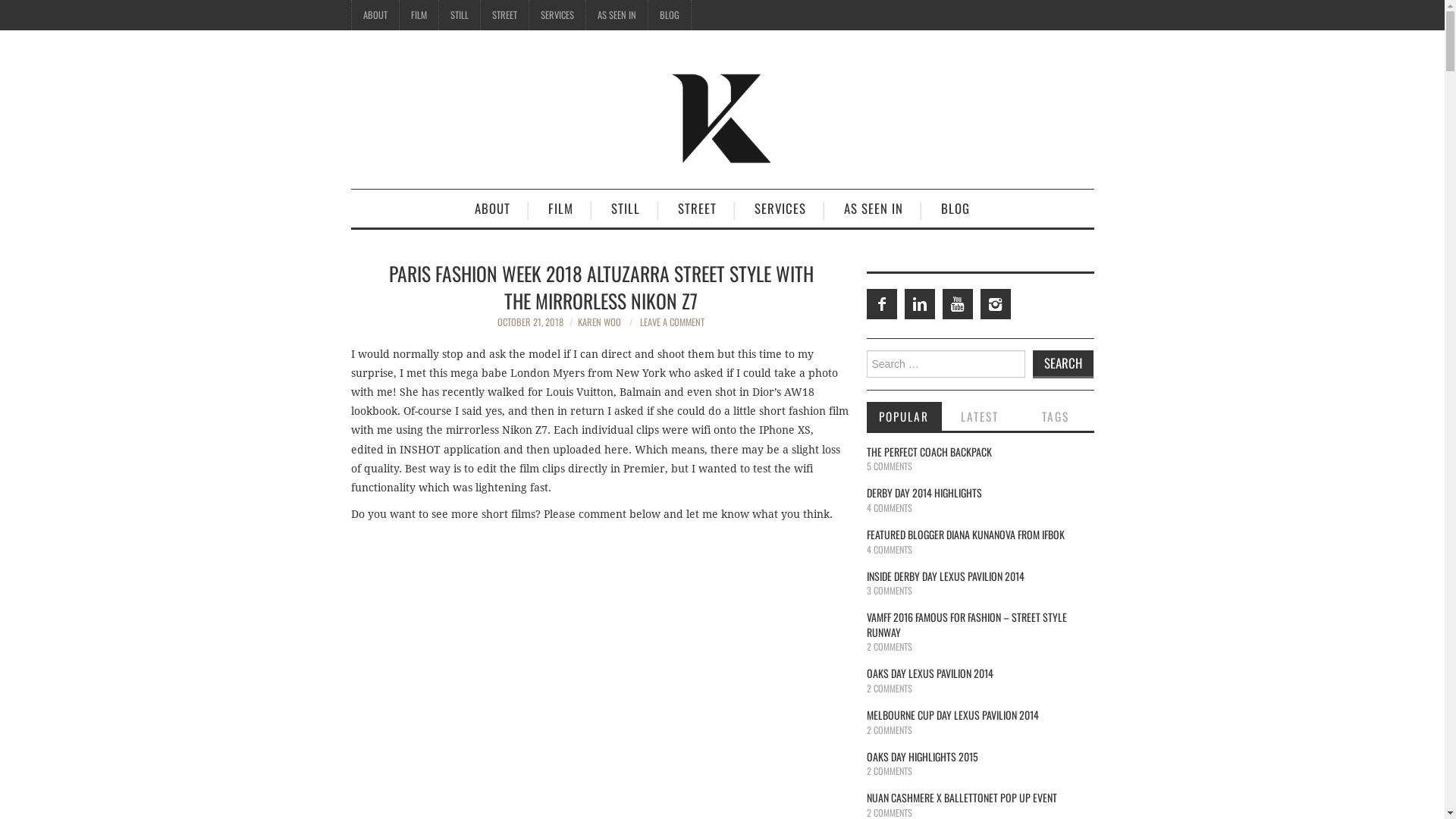 This screenshot has height=819, width=1456. I want to click on 'AS SEEN IN', so click(874, 208).